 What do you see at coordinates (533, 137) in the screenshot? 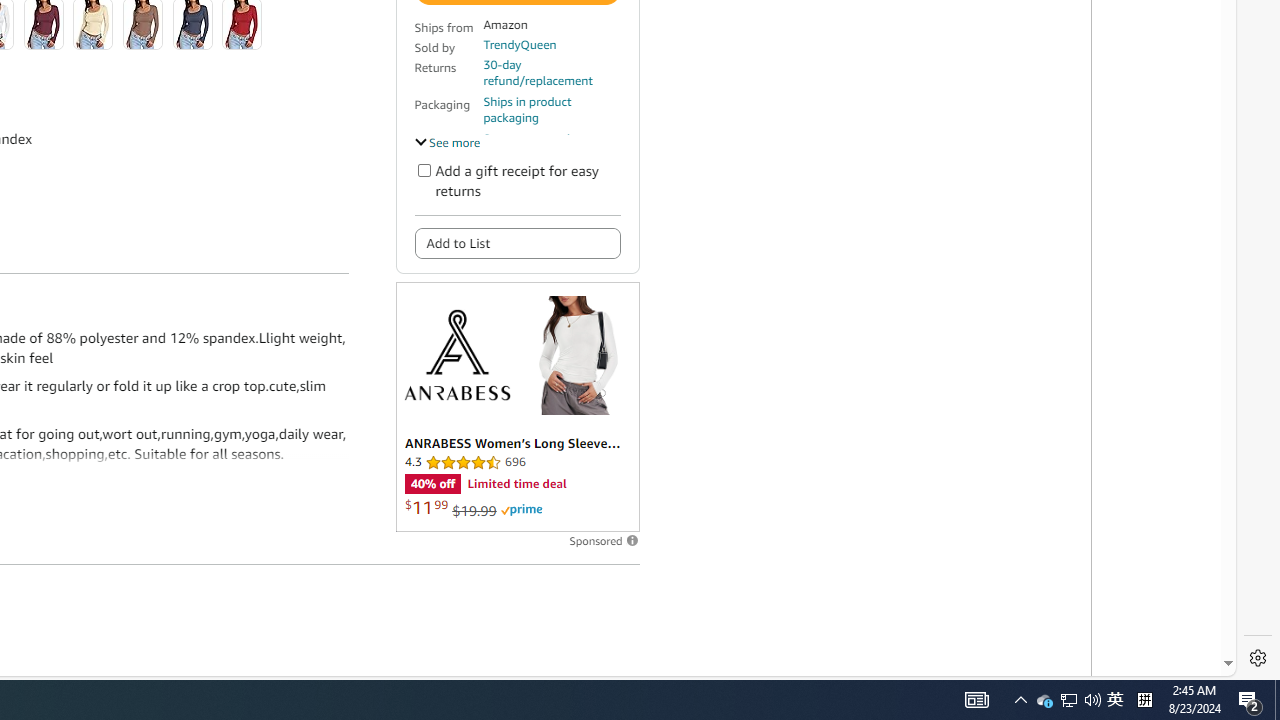
I see `'Secure transaction'` at bounding box center [533, 137].